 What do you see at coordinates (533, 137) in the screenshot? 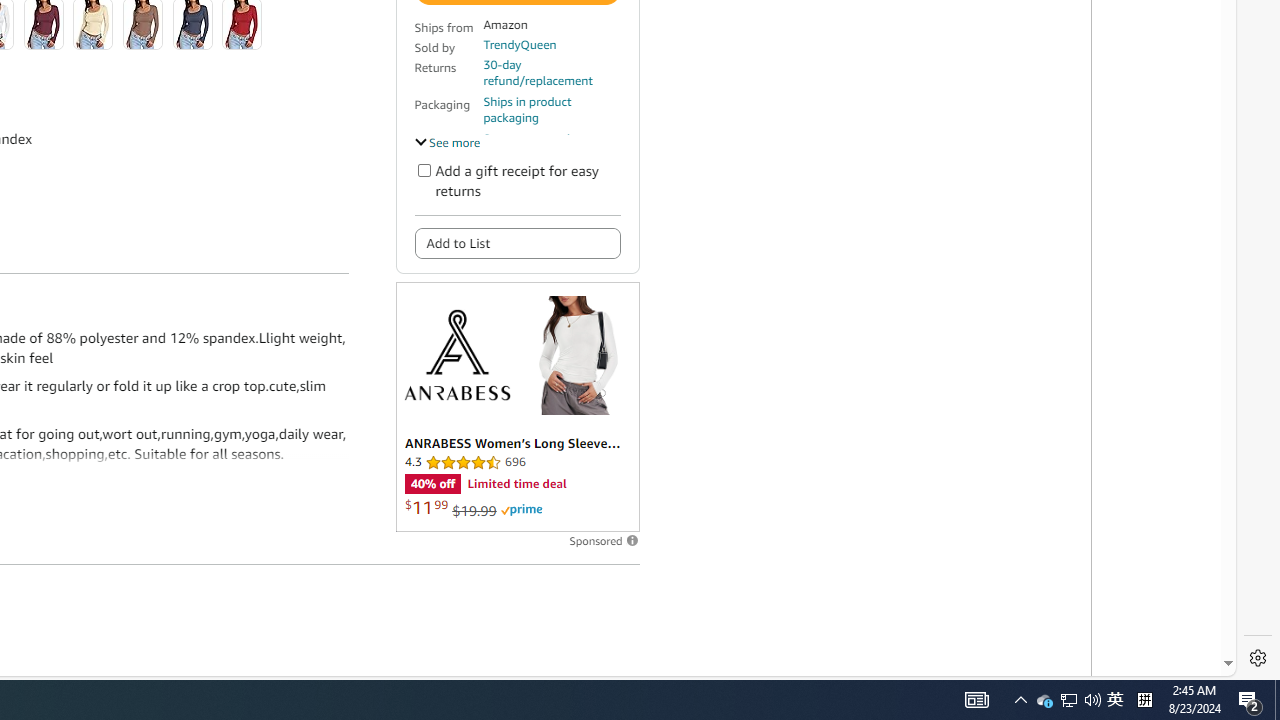
I see `'Secure transaction'` at bounding box center [533, 137].